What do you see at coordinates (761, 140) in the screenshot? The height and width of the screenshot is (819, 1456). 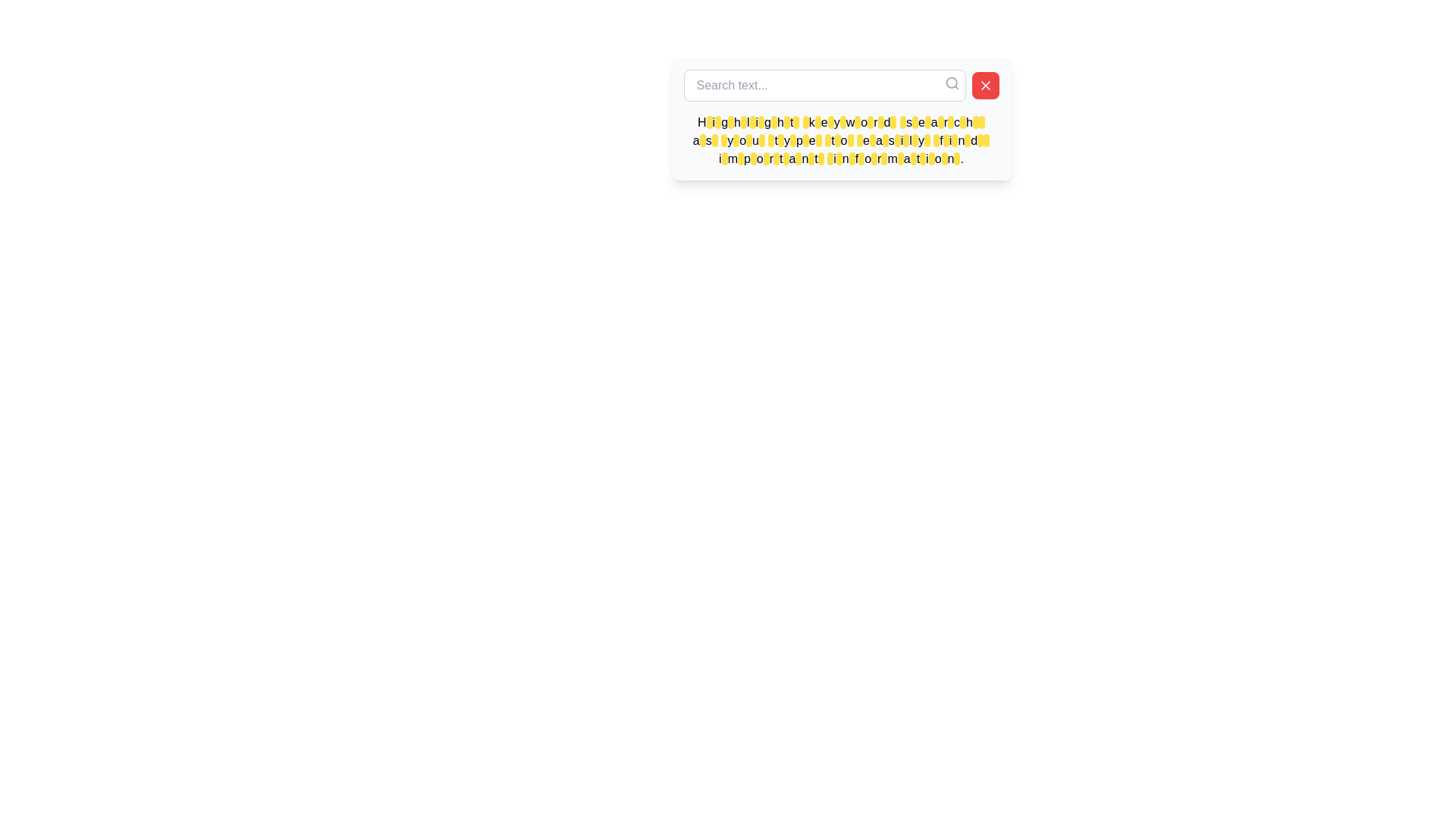 I see `the small, rectangular, yellow-highlighted area embedded within the text block that is part of the tooltip, specifically located between the words 'type' and 'to'` at bounding box center [761, 140].